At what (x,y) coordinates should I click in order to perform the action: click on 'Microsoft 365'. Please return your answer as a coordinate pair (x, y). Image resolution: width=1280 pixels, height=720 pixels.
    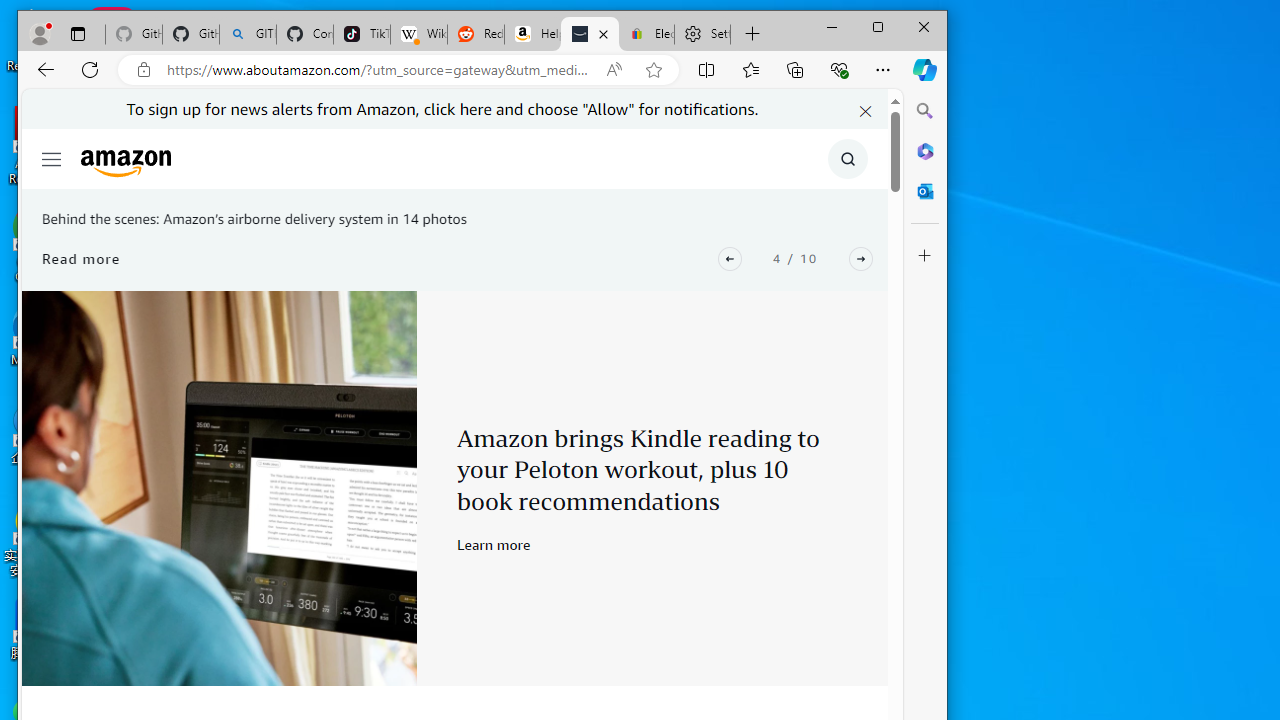
    Looking at the image, I should click on (924, 150).